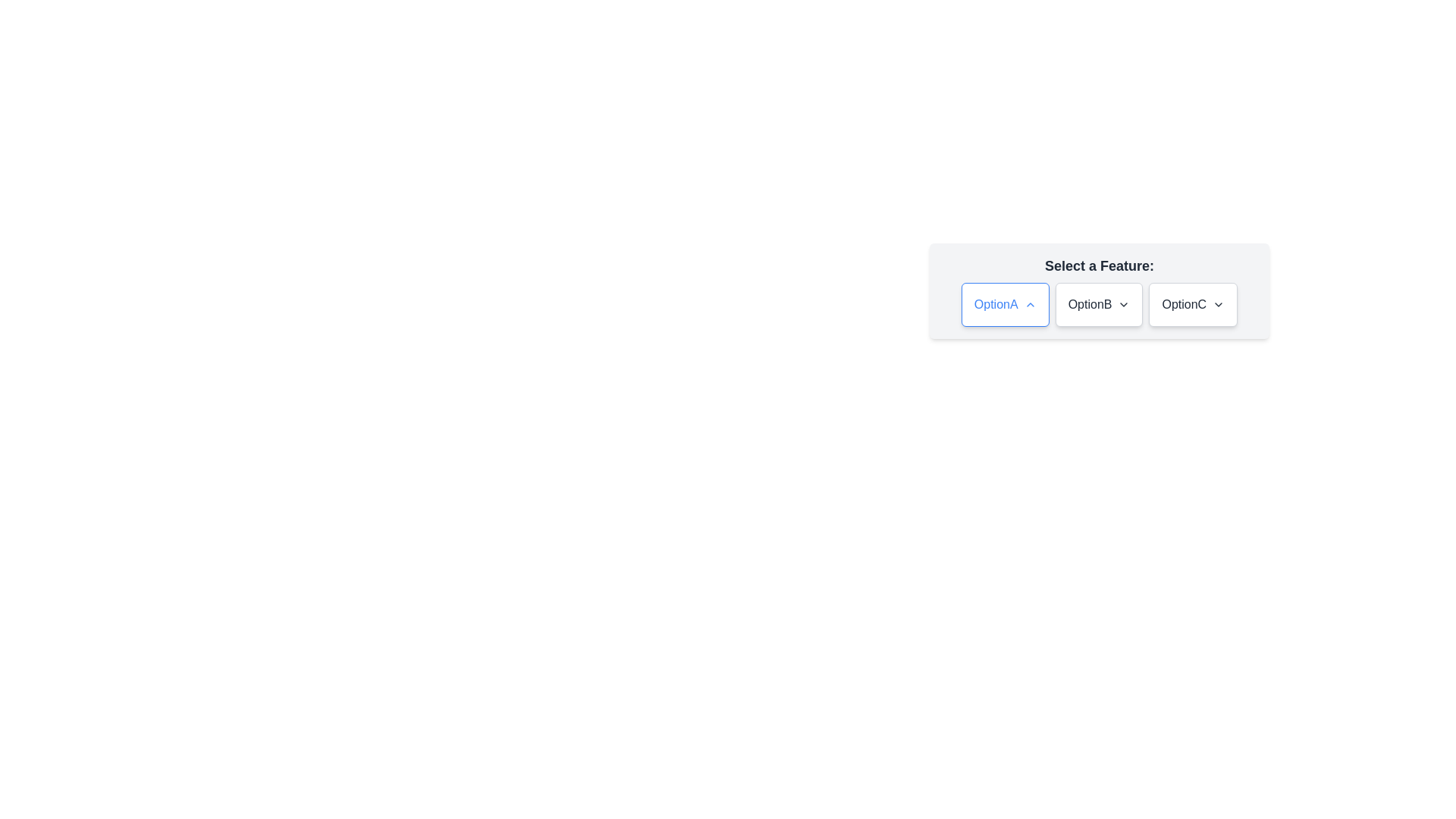 The height and width of the screenshot is (819, 1456). Describe the element at coordinates (1219, 304) in the screenshot. I see `the small downward-facing arrow icon located at the right end of the 'OptionC' button` at that location.